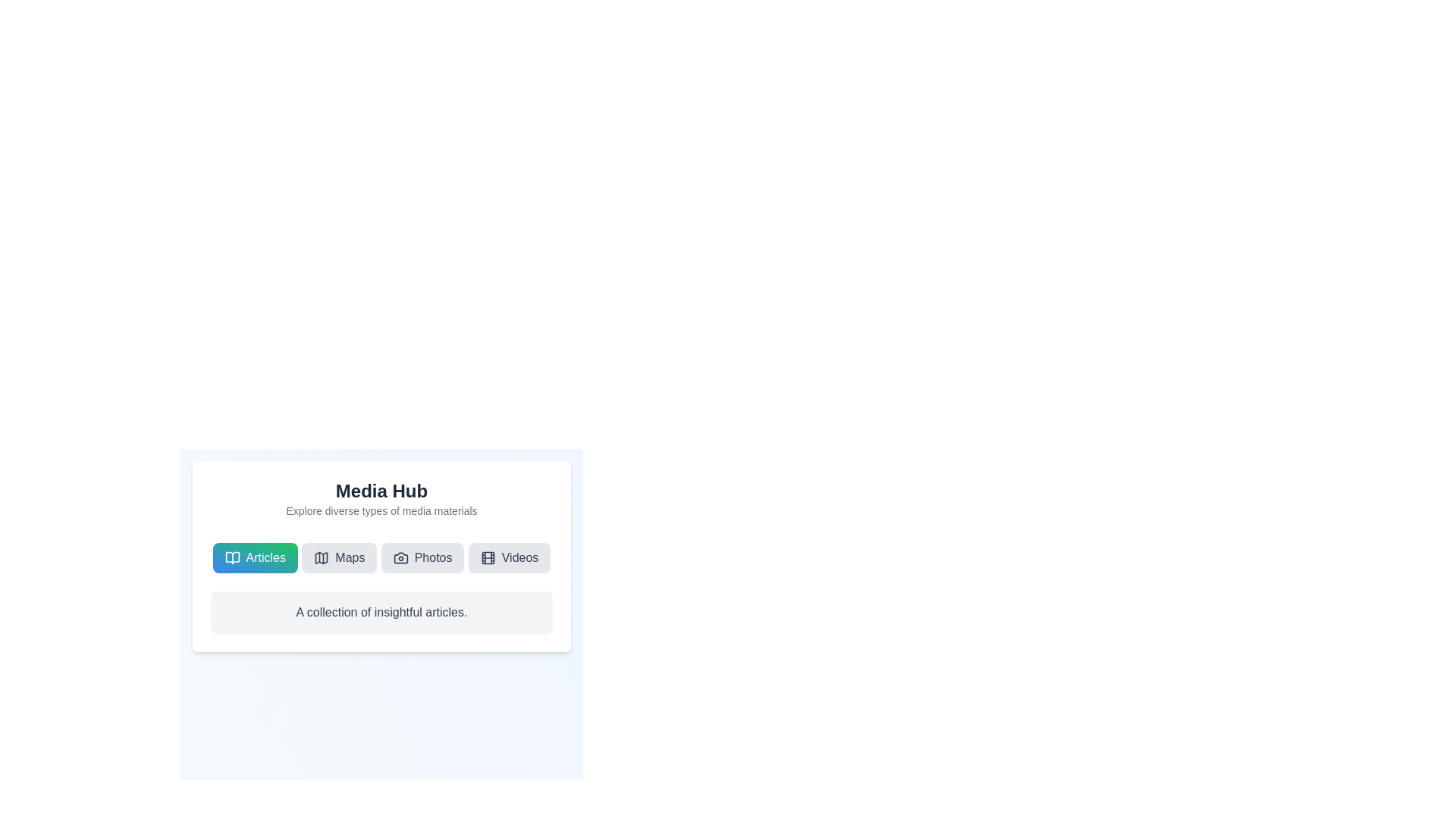 This screenshot has height=819, width=1456. I want to click on the small rectangular element styled within the 'Videos' icon, which is part of a grouped button alongside 'Articles', 'Maps', and 'Photos', so click(488, 558).